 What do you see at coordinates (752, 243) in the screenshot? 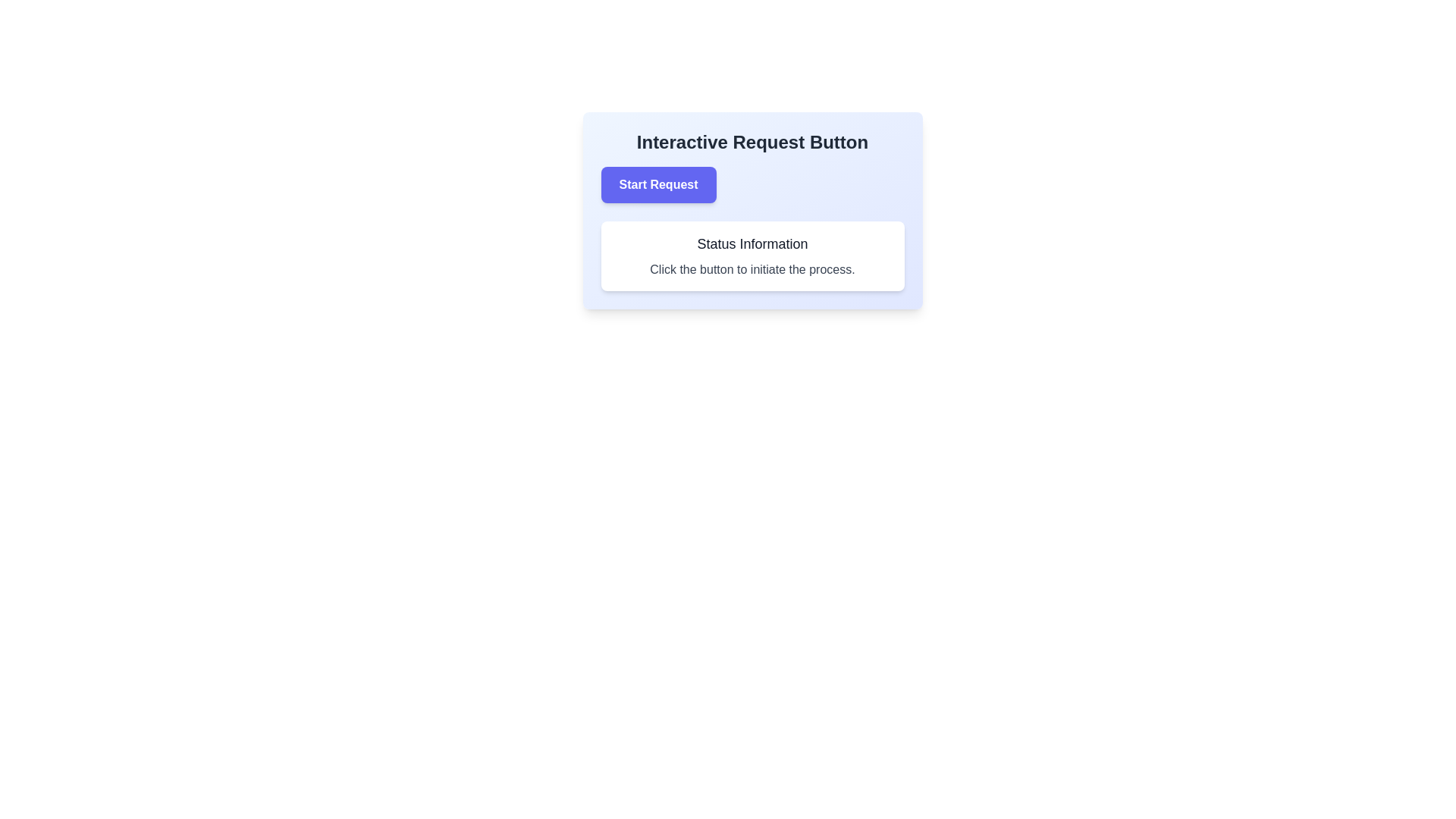
I see `the text label displaying 'Status Information', which is styled in a larger bold font and located at the top-center of a white card interface` at bounding box center [752, 243].